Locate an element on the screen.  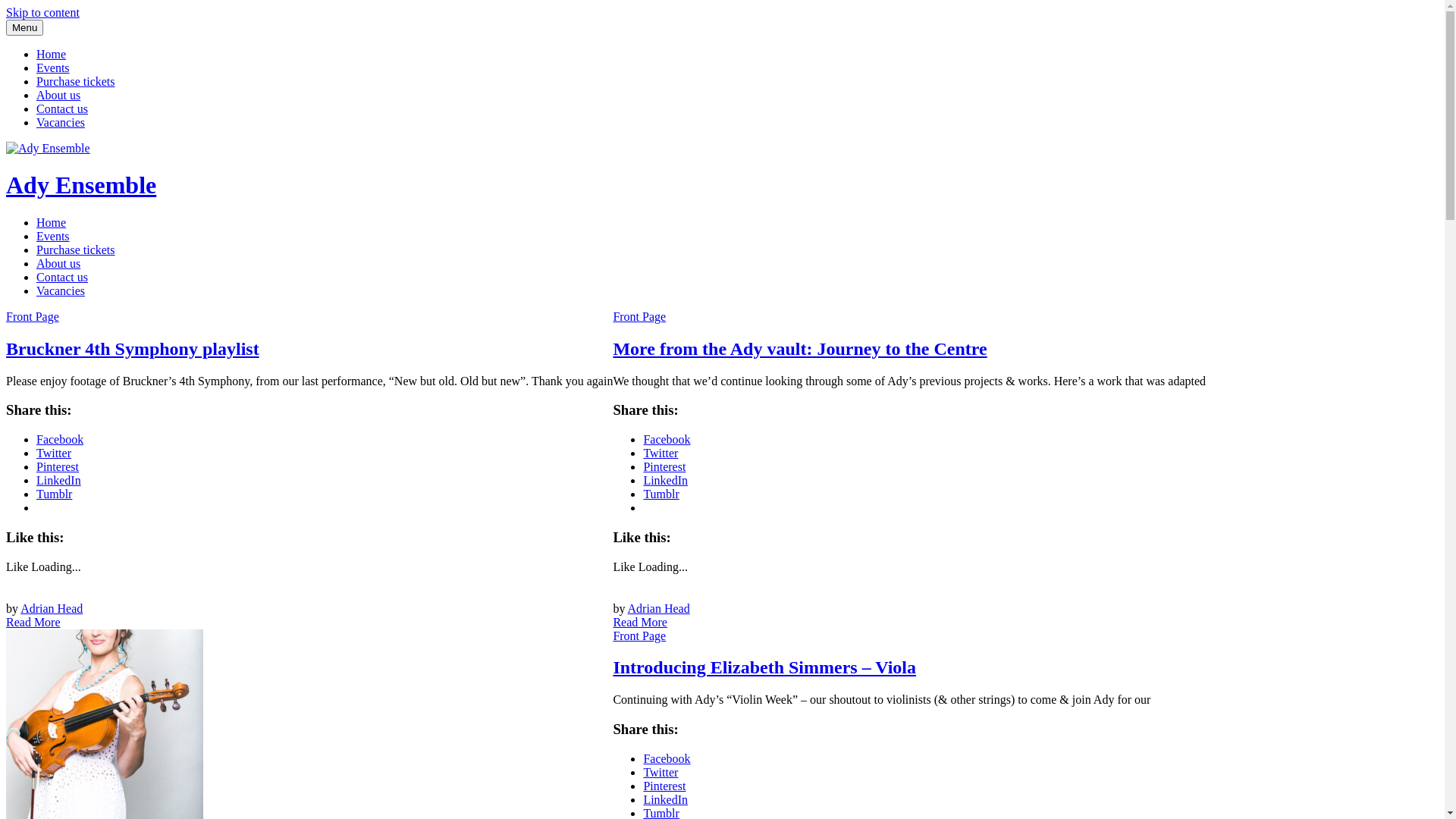
'Pinterest' is located at coordinates (664, 466).